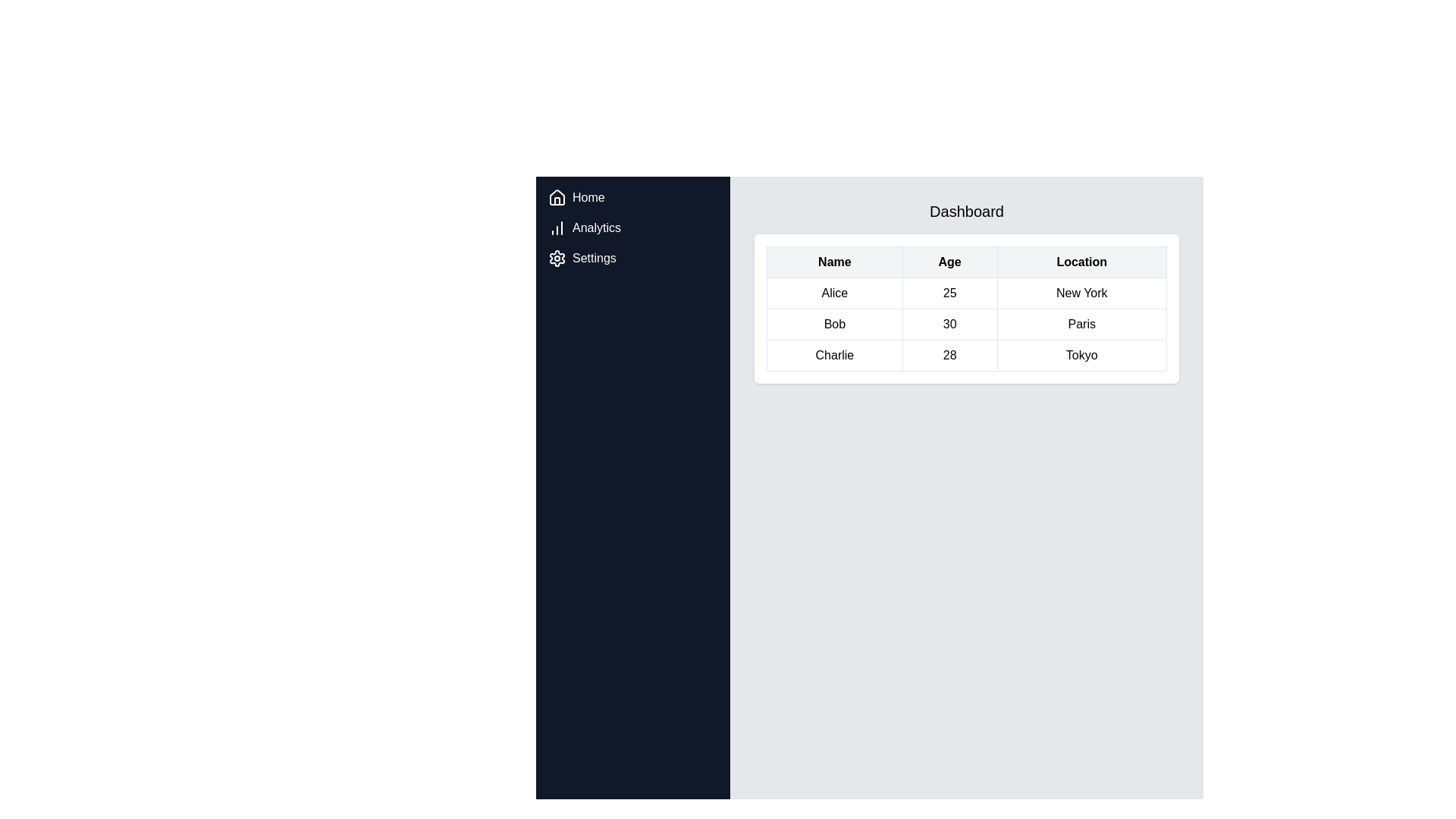 This screenshot has height=819, width=1456. I want to click on the table row containing 'Charlie28Tokyo', so click(966, 356).